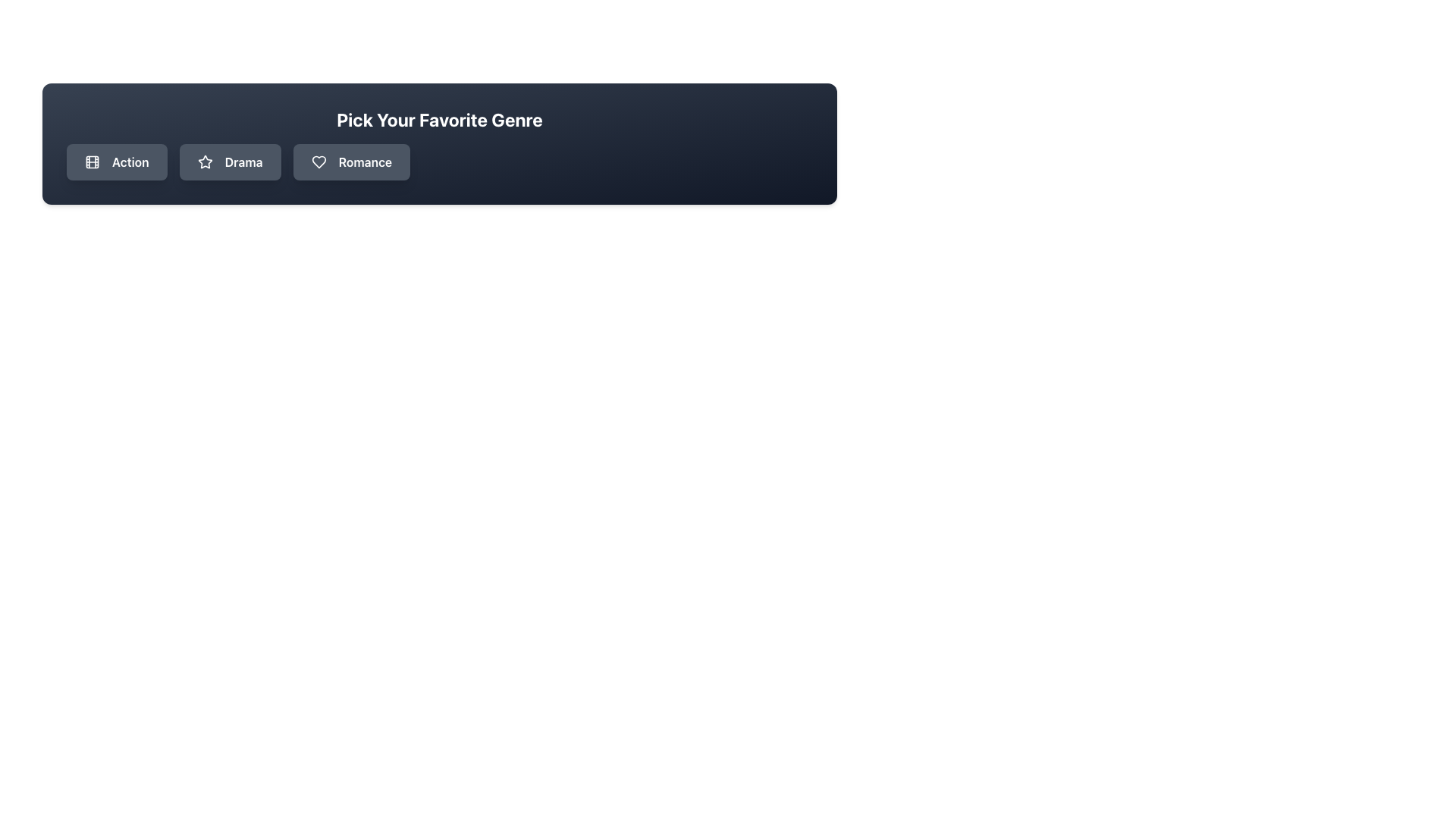 The image size is (1456, 819). I want to click on the star-shaped icon located next to the label 'Drama' in the second button of three, styled with an outlined design and rounded edges, so click(204, 162).